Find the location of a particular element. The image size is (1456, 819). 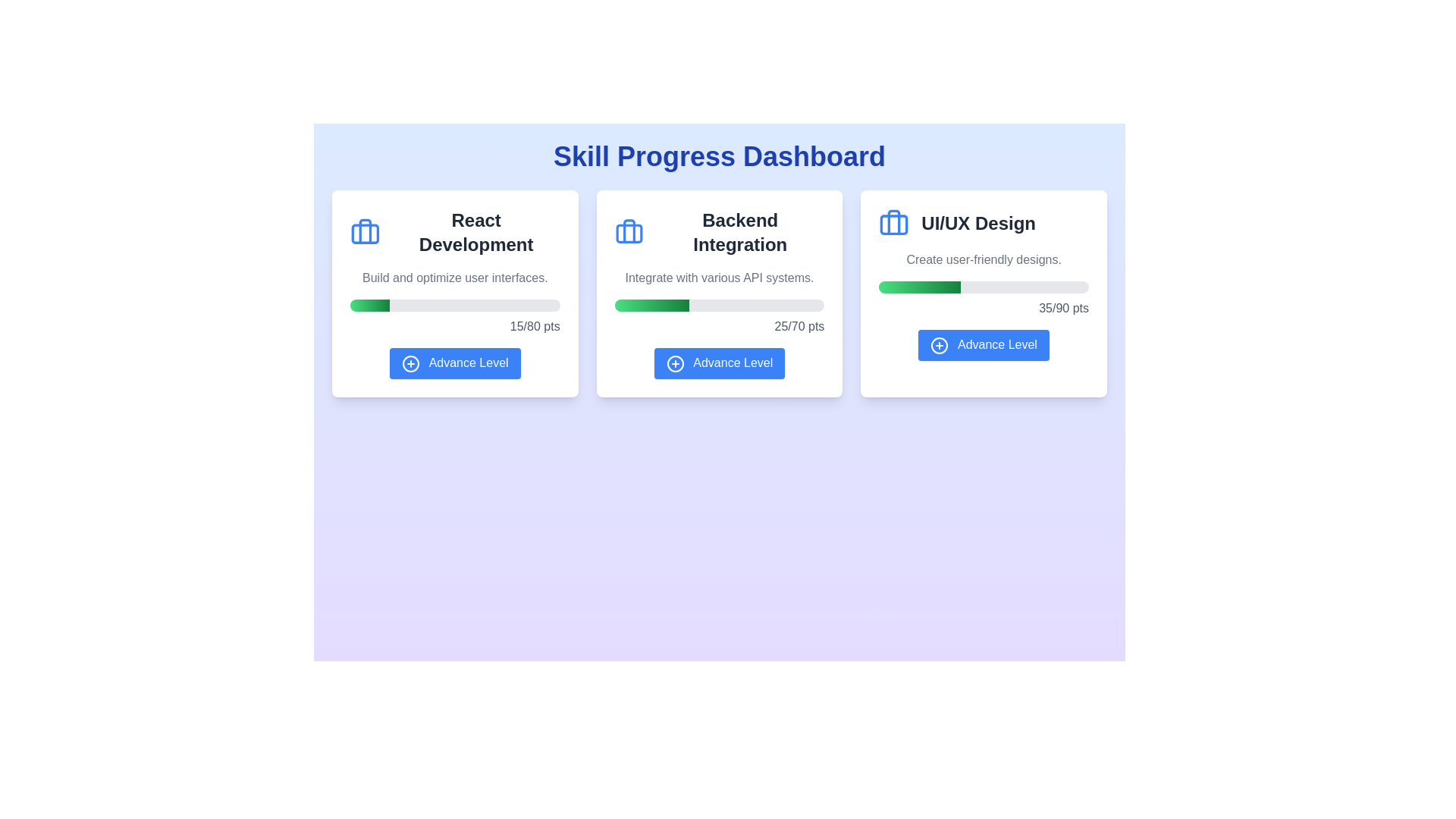

the circular graphical icon inside the blue 'Advance Level' button located in the React Development area of the dashboard is located at coordinates (411, 363).